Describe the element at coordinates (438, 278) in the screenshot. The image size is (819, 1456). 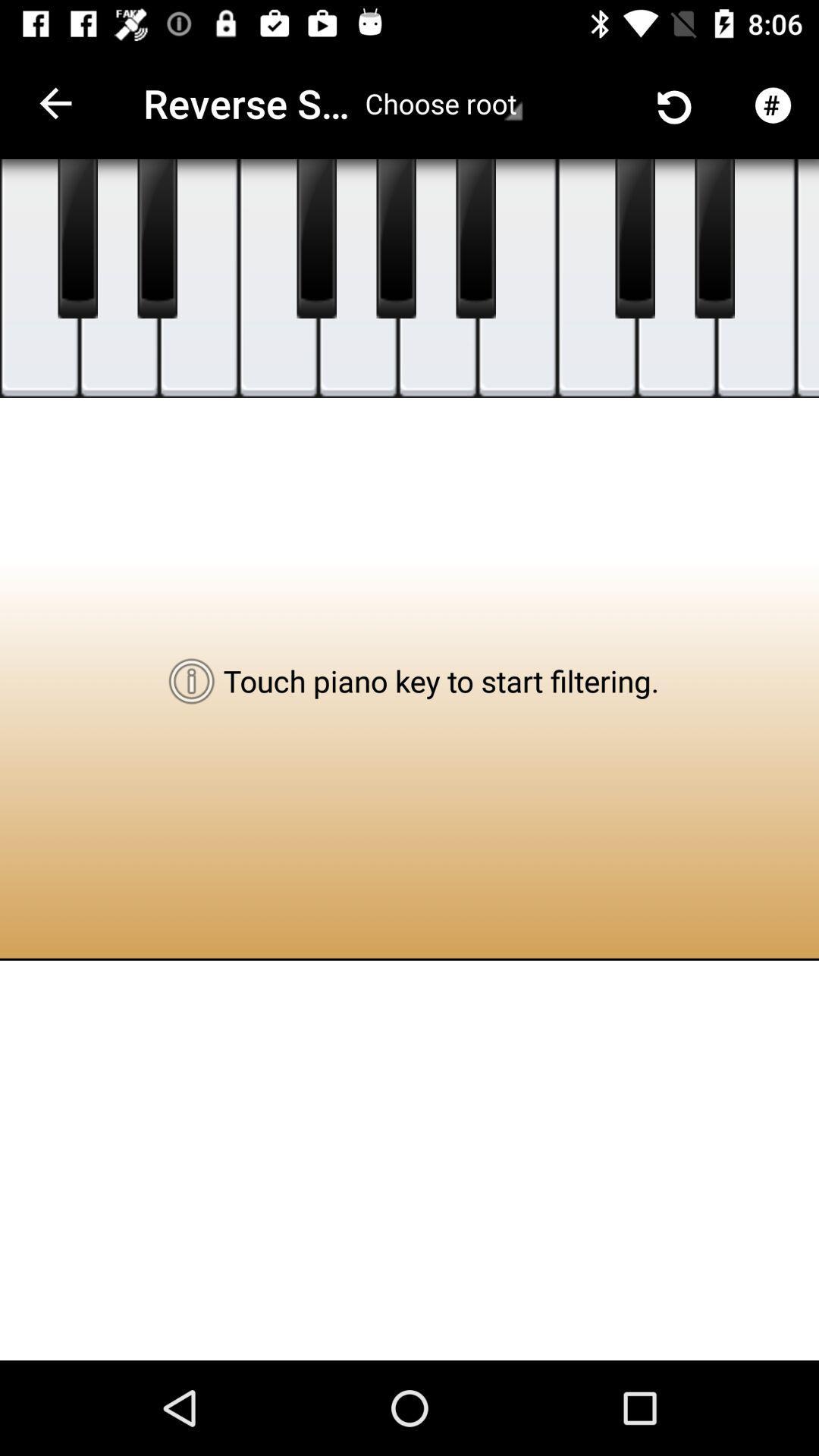
I see `choose music note` at that location.